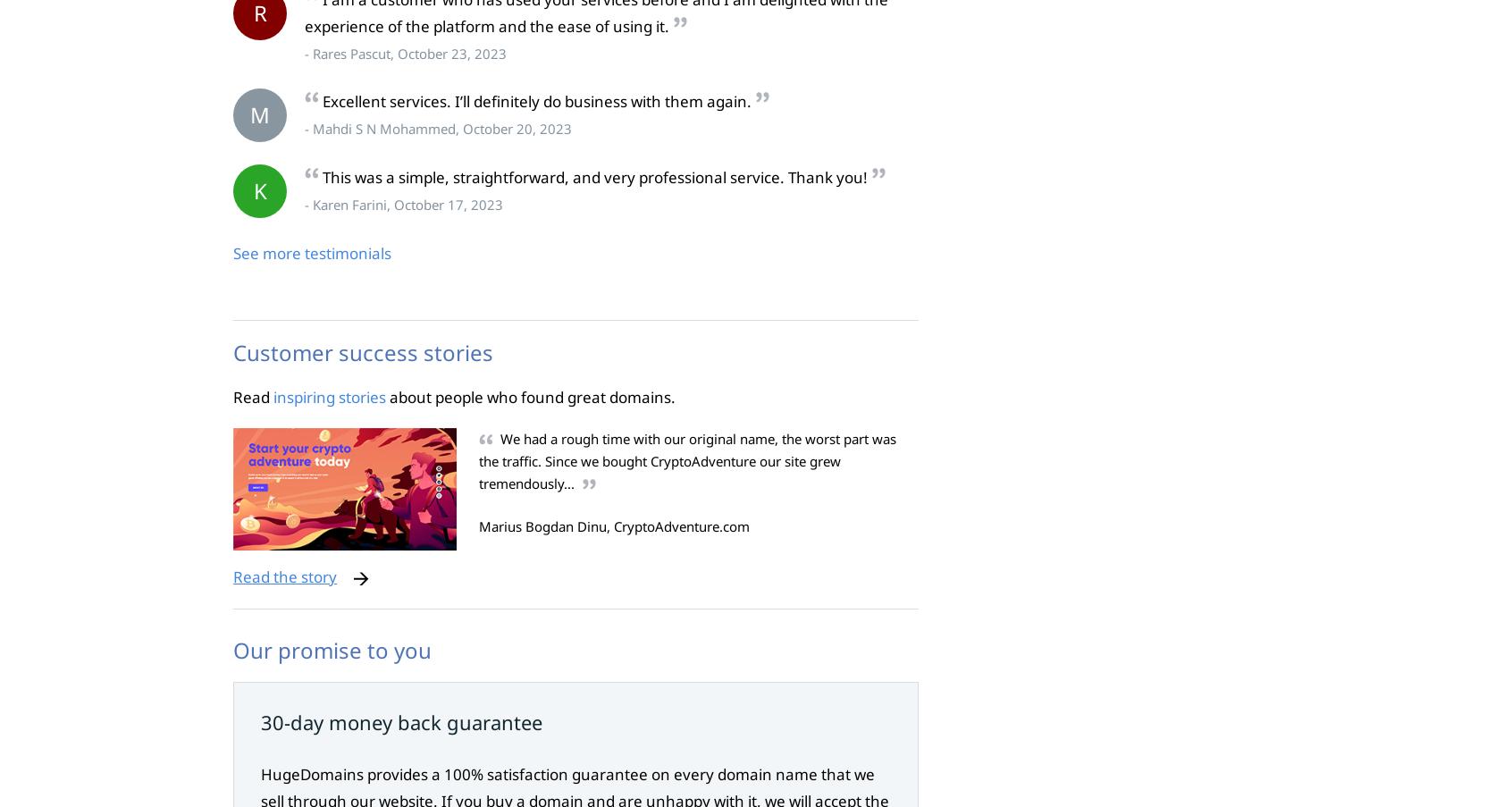 The height and width of the screenshot is (807, 1512). Describe the element at coordinates (330, 395) in the screenshot. I see `'inspiring stories'` at that location.